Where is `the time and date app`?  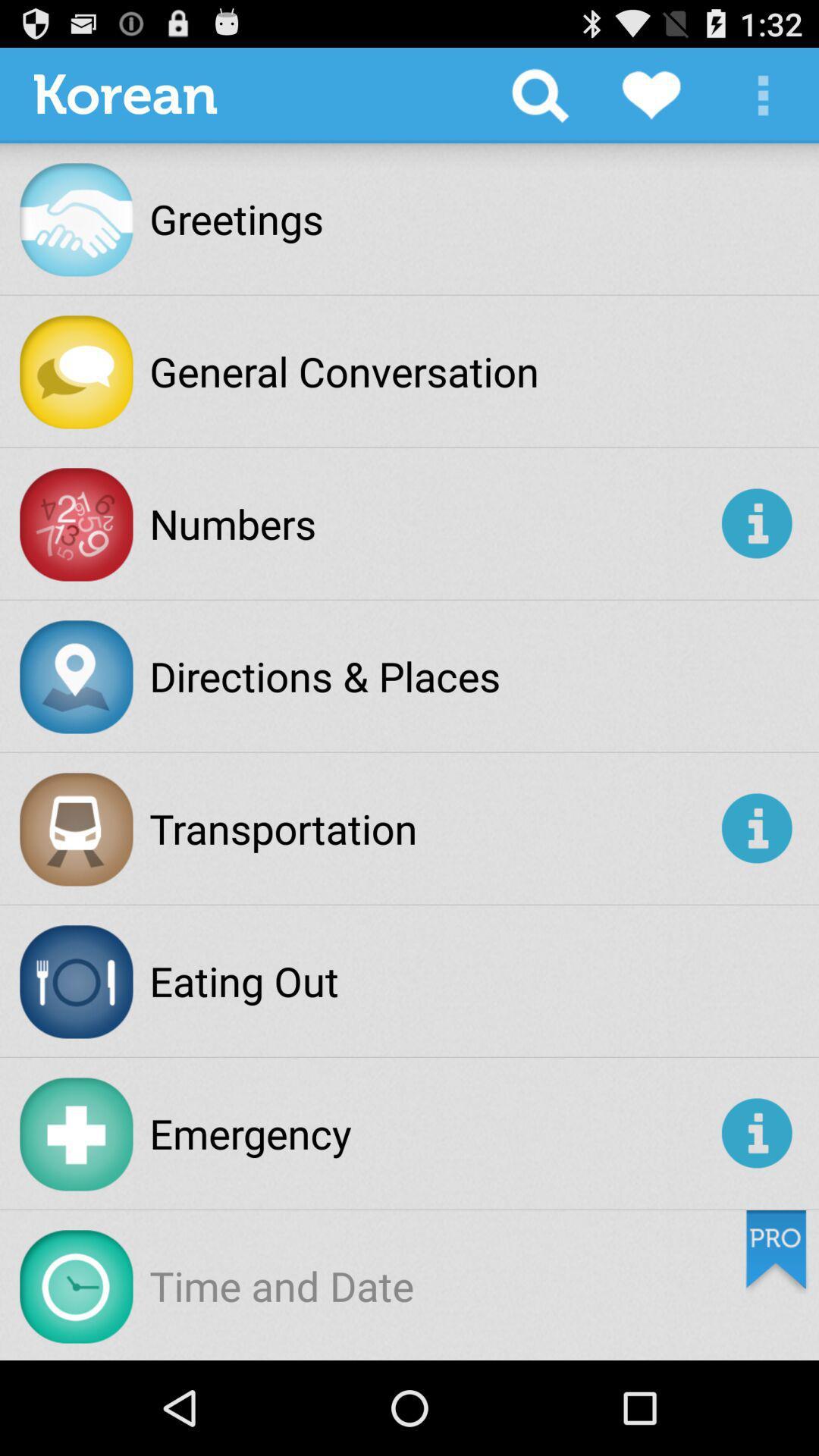 the time and date app is located at coordinates (281, 1285).